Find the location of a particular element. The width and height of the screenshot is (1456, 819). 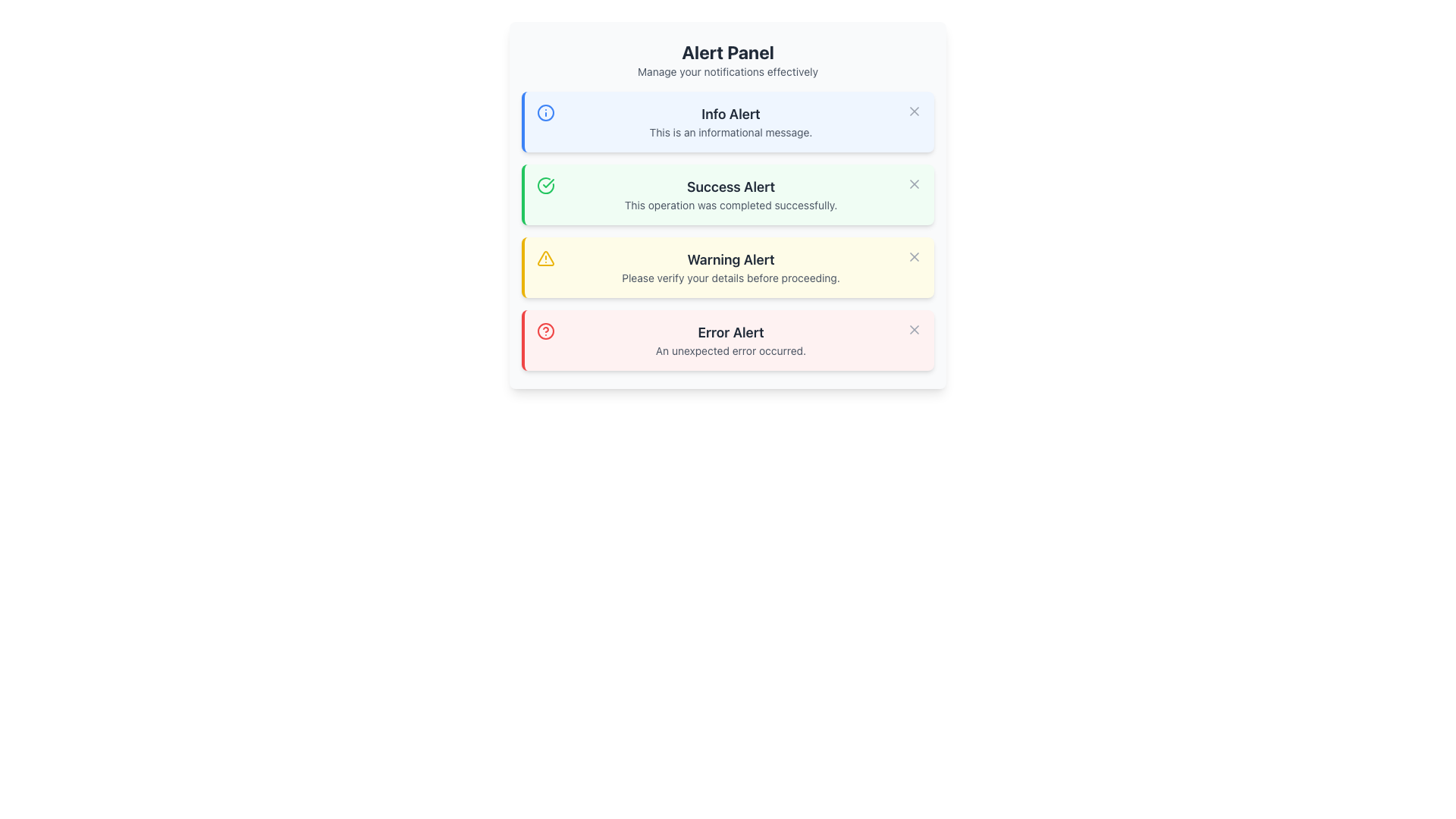

the circular blue icon with an outlined structure located to the left of the 'Info Alert' text is located at coordinates (546, 112).